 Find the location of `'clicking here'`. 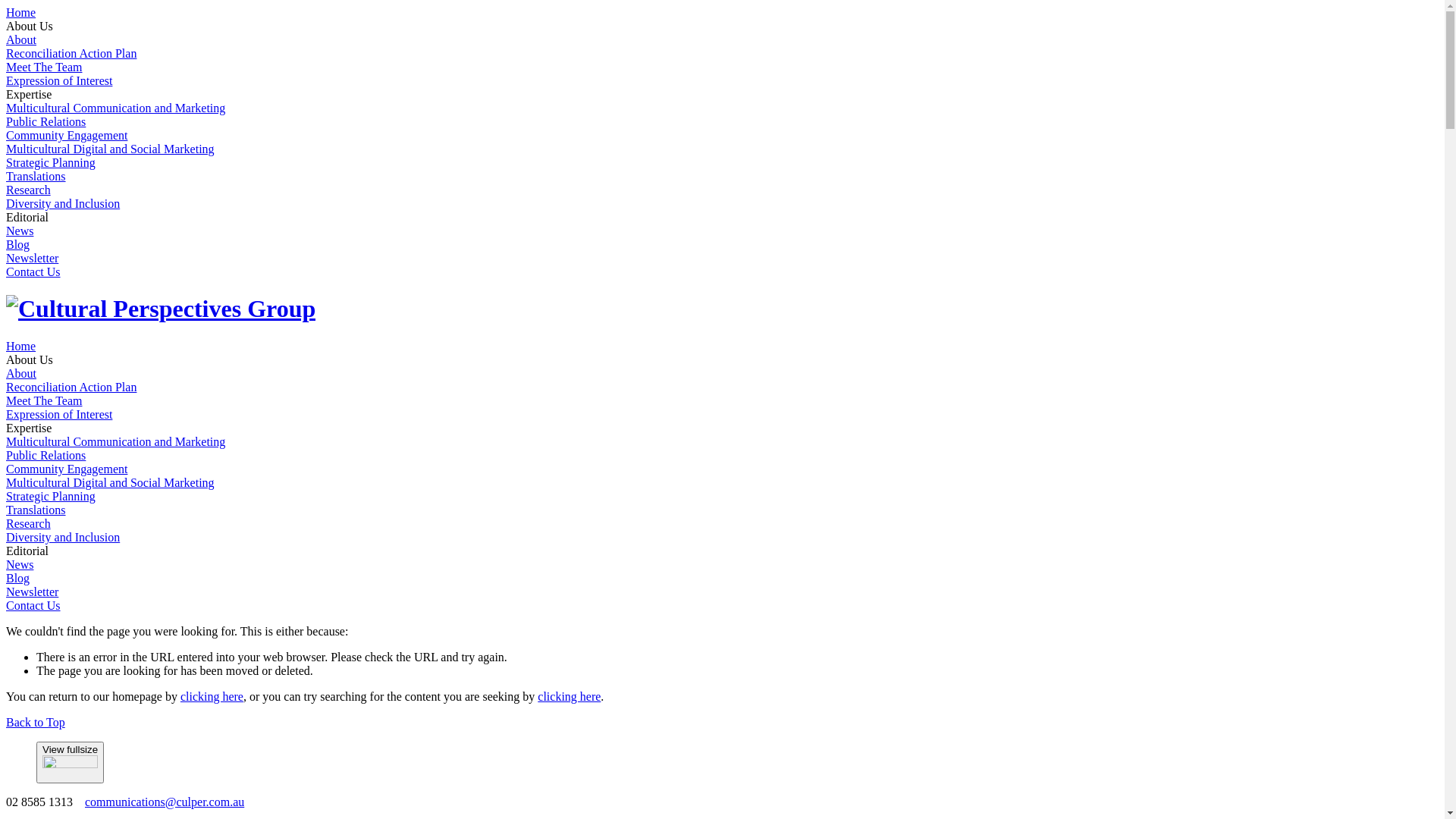

'clicking here' is located at coordinates (180, 696).